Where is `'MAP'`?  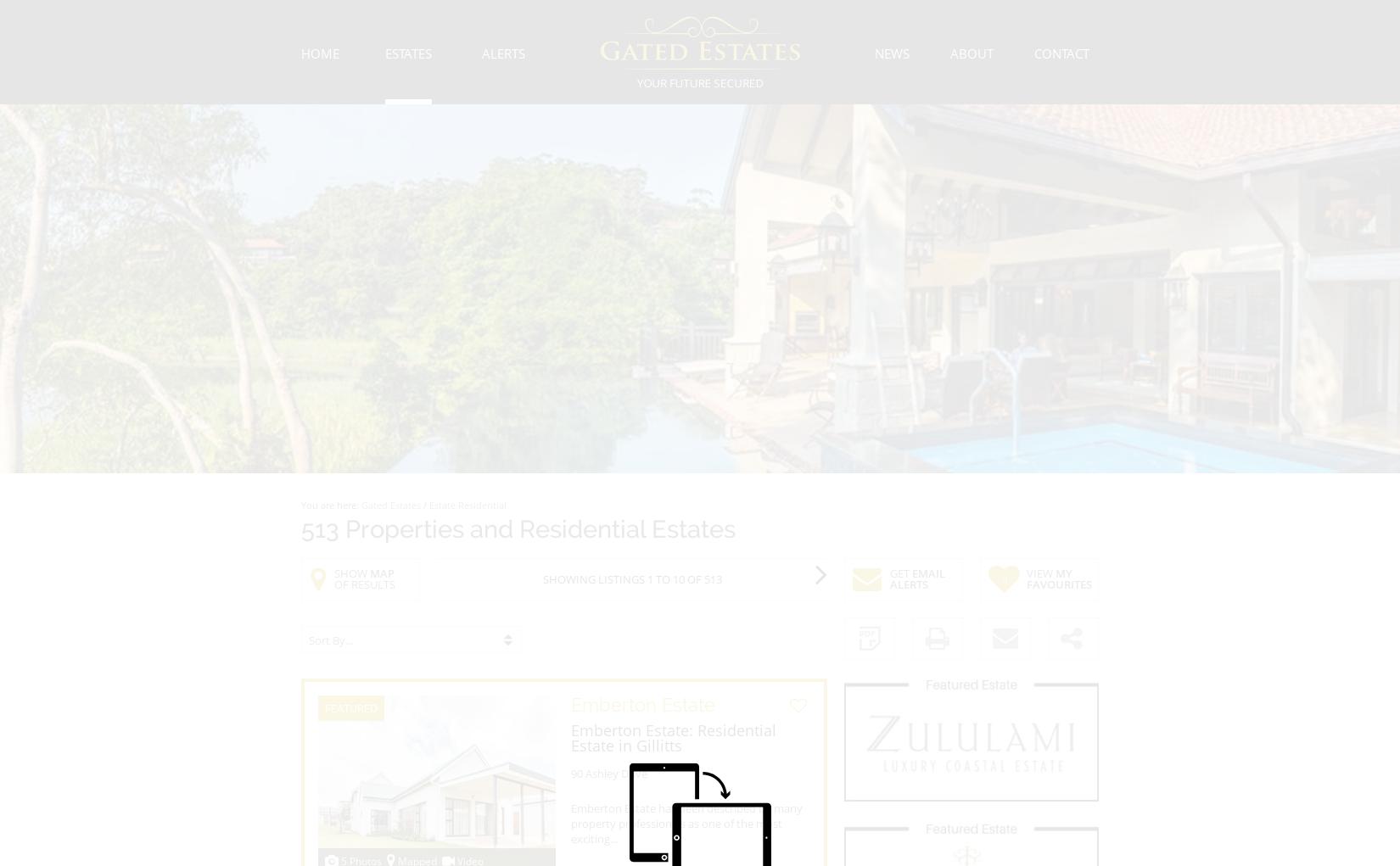 'MAP' is located at coordinates (381, 572).